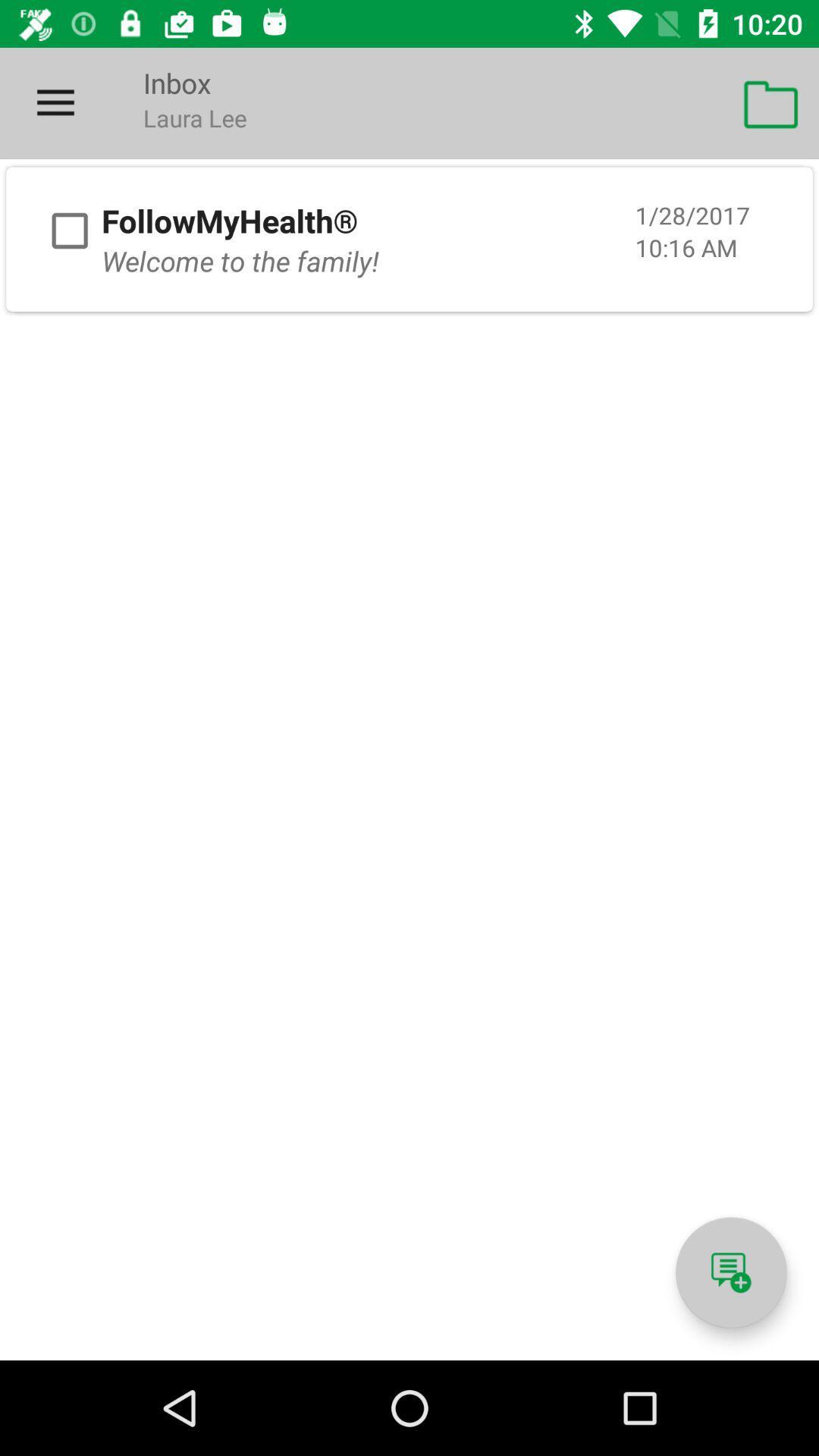 The height and width of the screenshot is (1456, 819). What do you see at coordinates (55, 102) in the screenshot?
I see `icon next to inbox` at bounding box center [55, 102].